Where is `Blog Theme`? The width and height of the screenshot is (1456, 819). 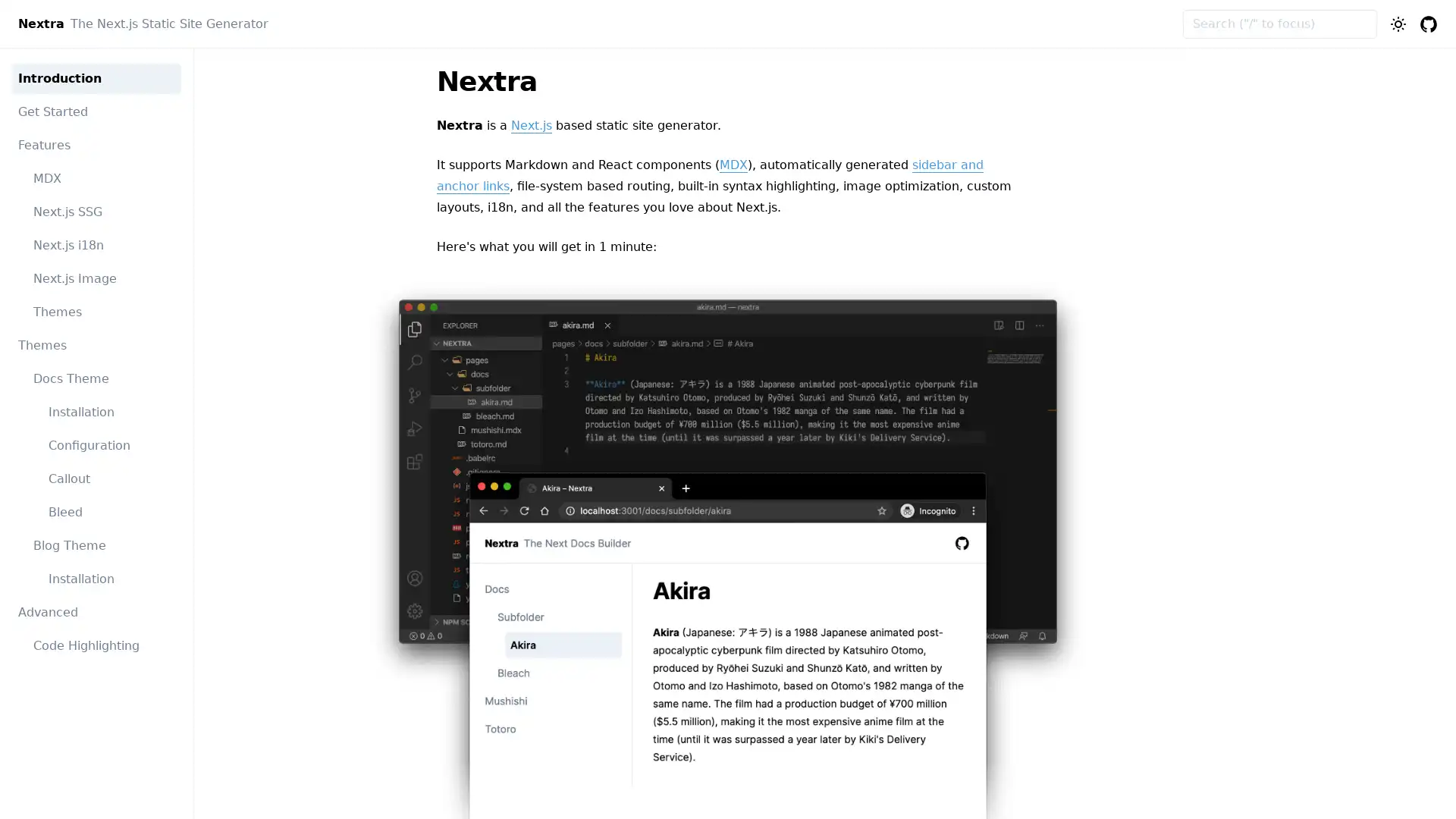 Blog Theme is located at coordinates (103, 546).